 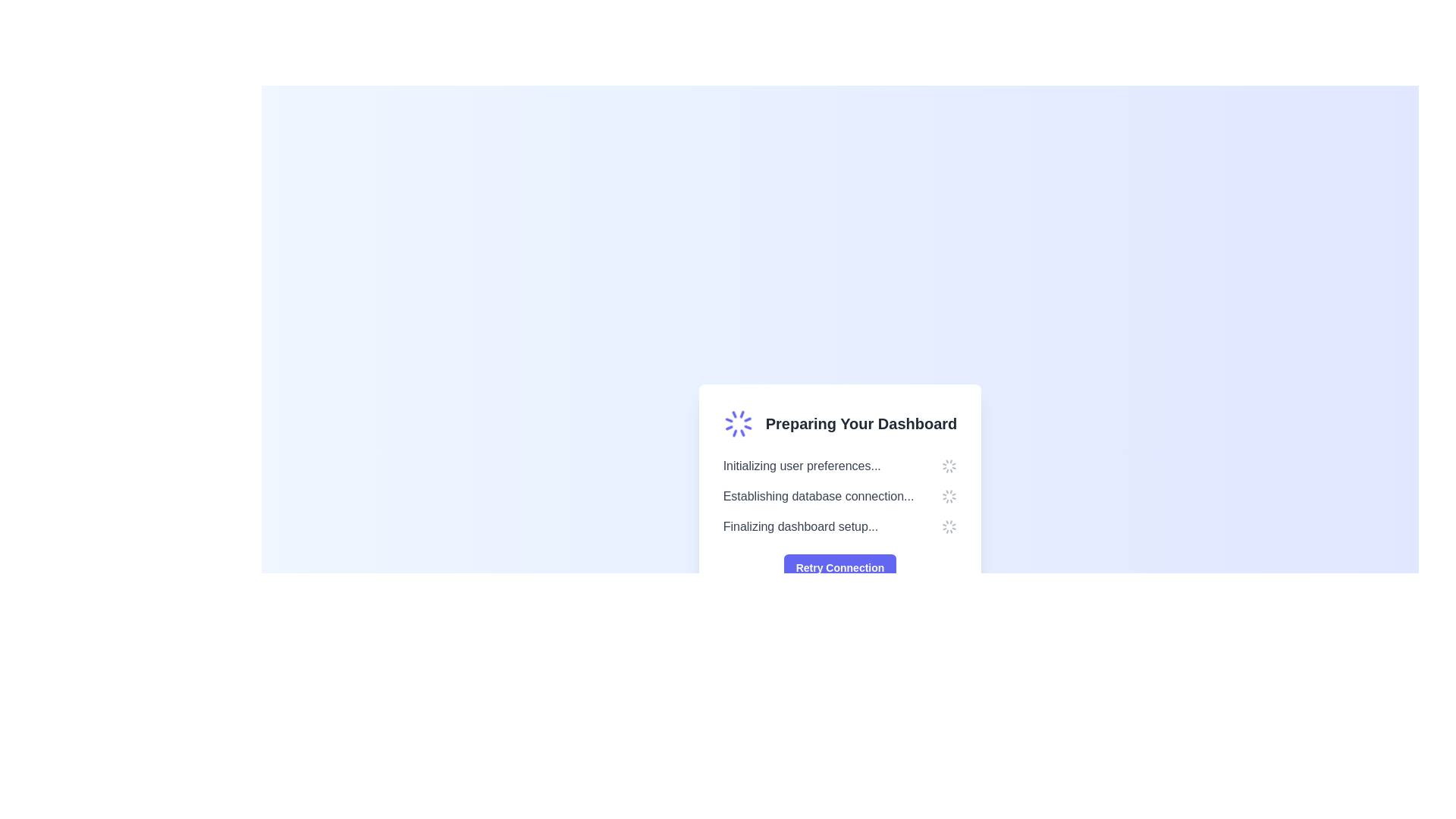 I want to click on the circular, spinning loader animation located to the left of the text 'Preparing Your Dashboard', so click(x=738, y=424).